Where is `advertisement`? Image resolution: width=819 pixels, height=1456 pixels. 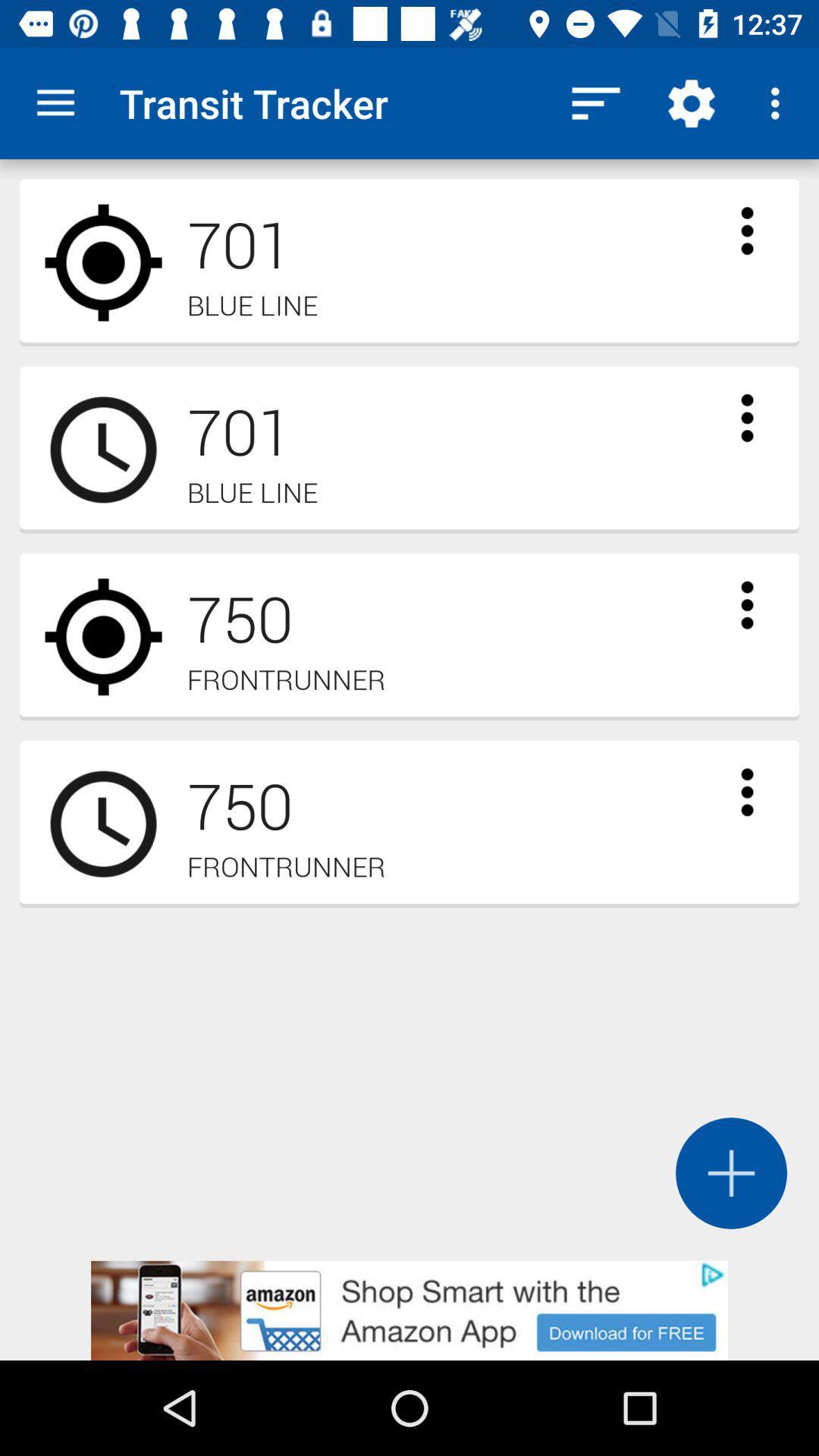
advertisement is located at coordinates (409, 1310).